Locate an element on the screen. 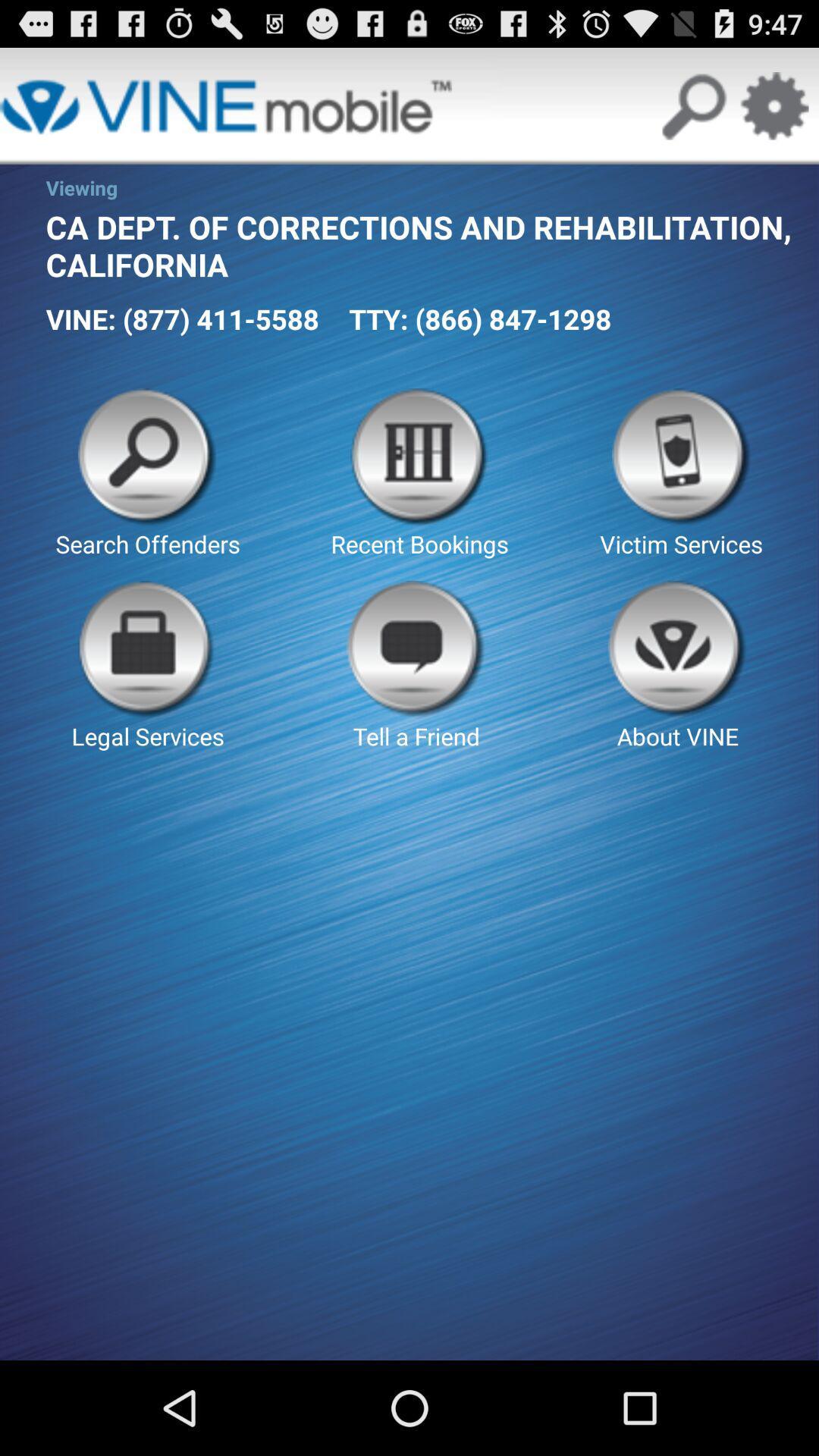  the item below search offenders icon is located at coordinates (416, 666).